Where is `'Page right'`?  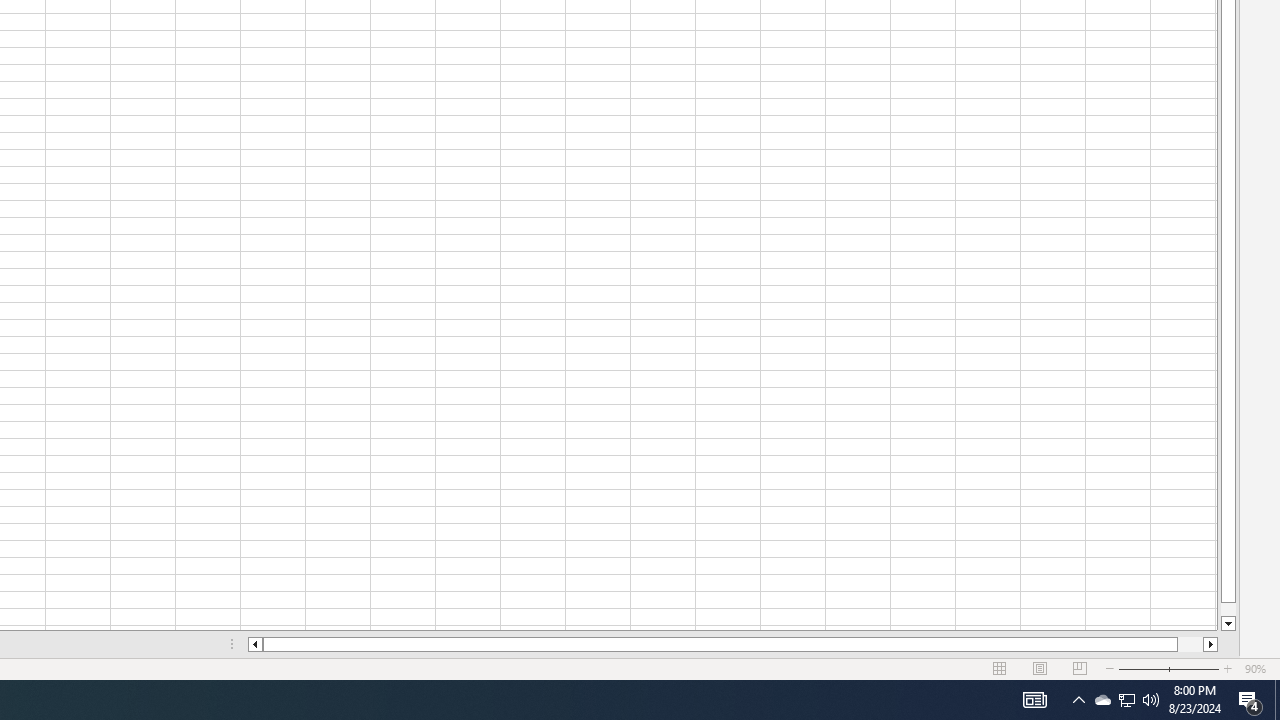
'Page right' is located at coordinates (1190, 644).